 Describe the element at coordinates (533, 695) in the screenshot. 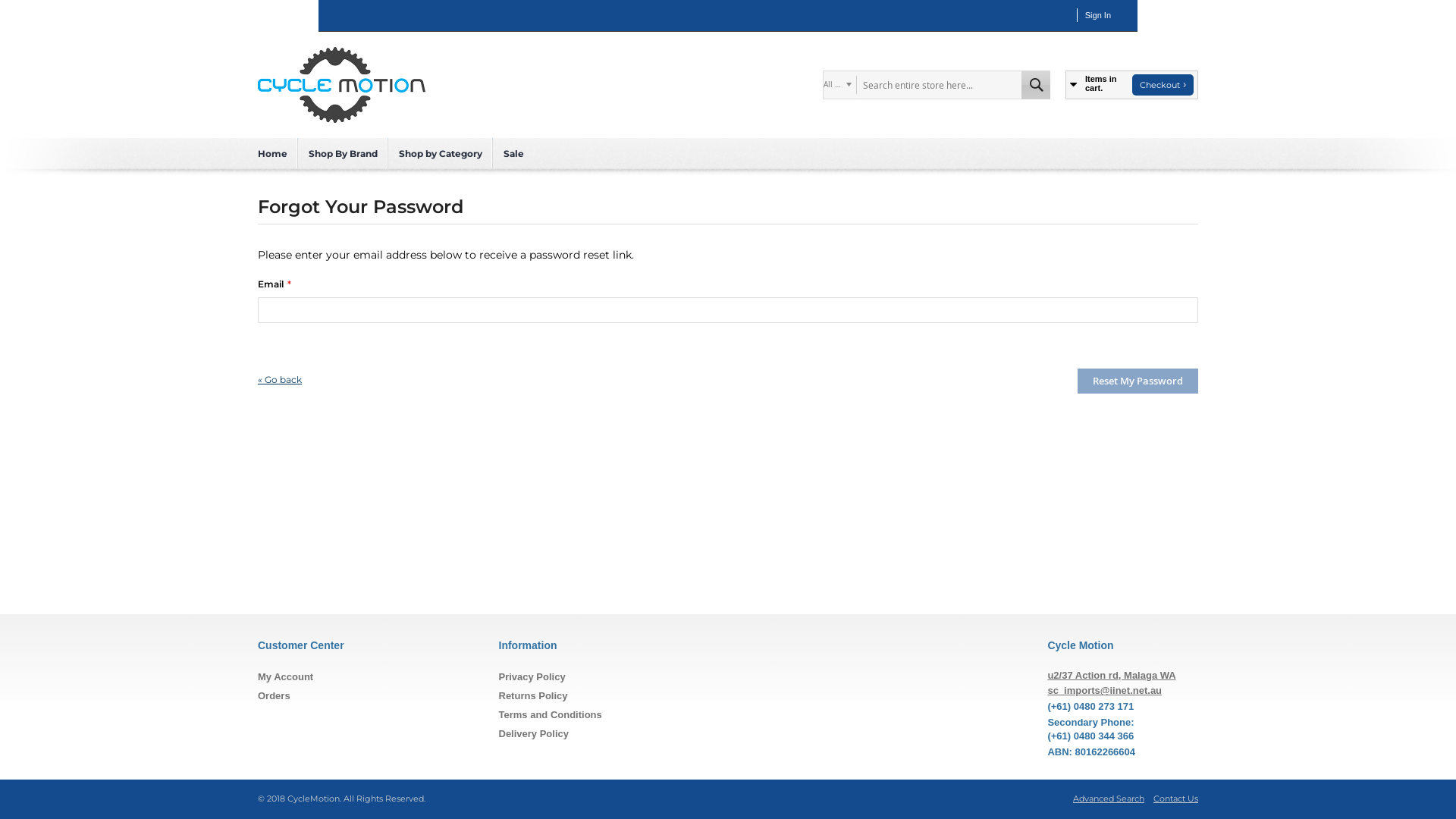

I see `'Returns Policy'` at that location.